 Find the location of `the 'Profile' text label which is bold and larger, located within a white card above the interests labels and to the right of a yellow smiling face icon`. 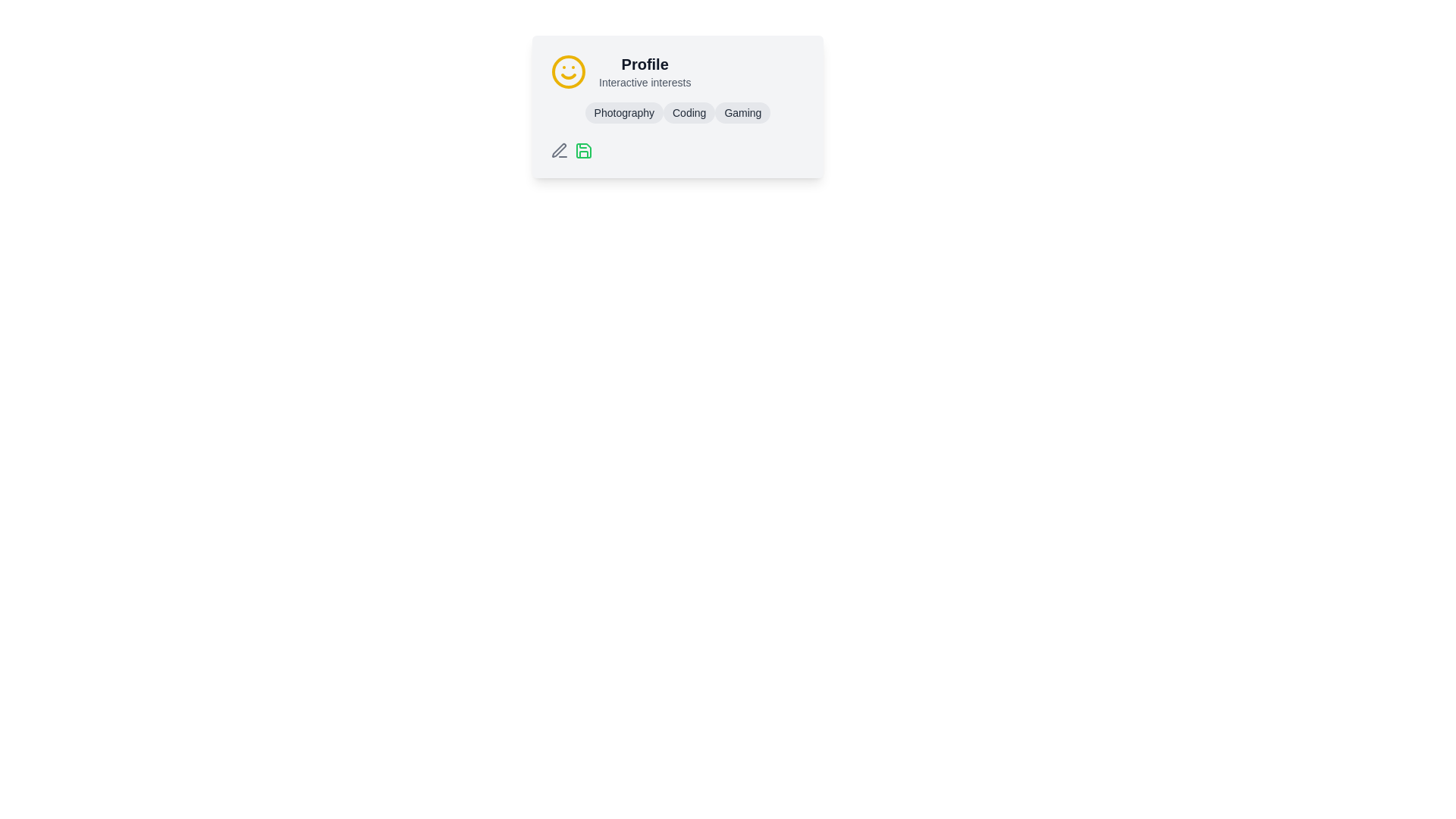

the 'Profile' text label which is bold and larger, located within a white card above the interests labels and to the right of a yellow smiling face icon is located at coordinates (645, 72).